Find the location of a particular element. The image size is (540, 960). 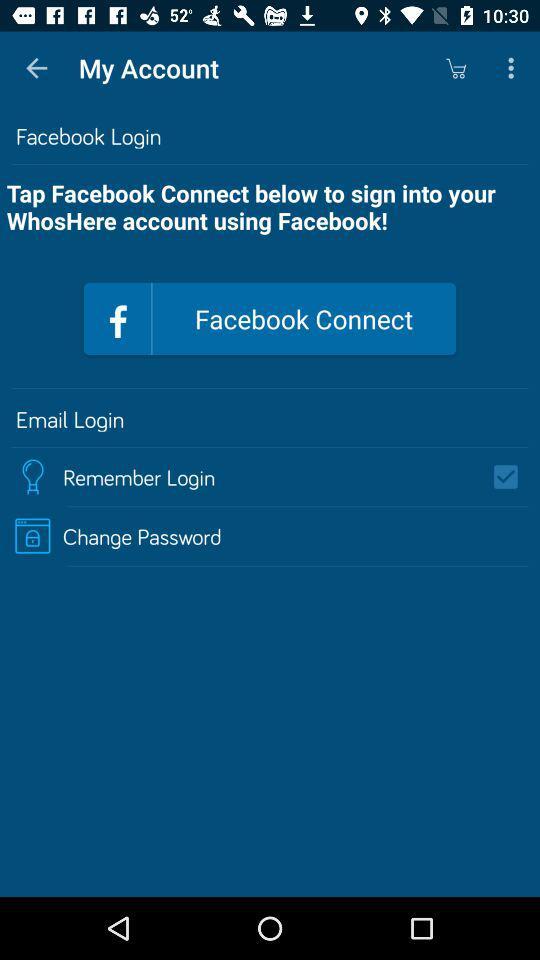

the app next to the my account icon is located at coordinates (36, 68).